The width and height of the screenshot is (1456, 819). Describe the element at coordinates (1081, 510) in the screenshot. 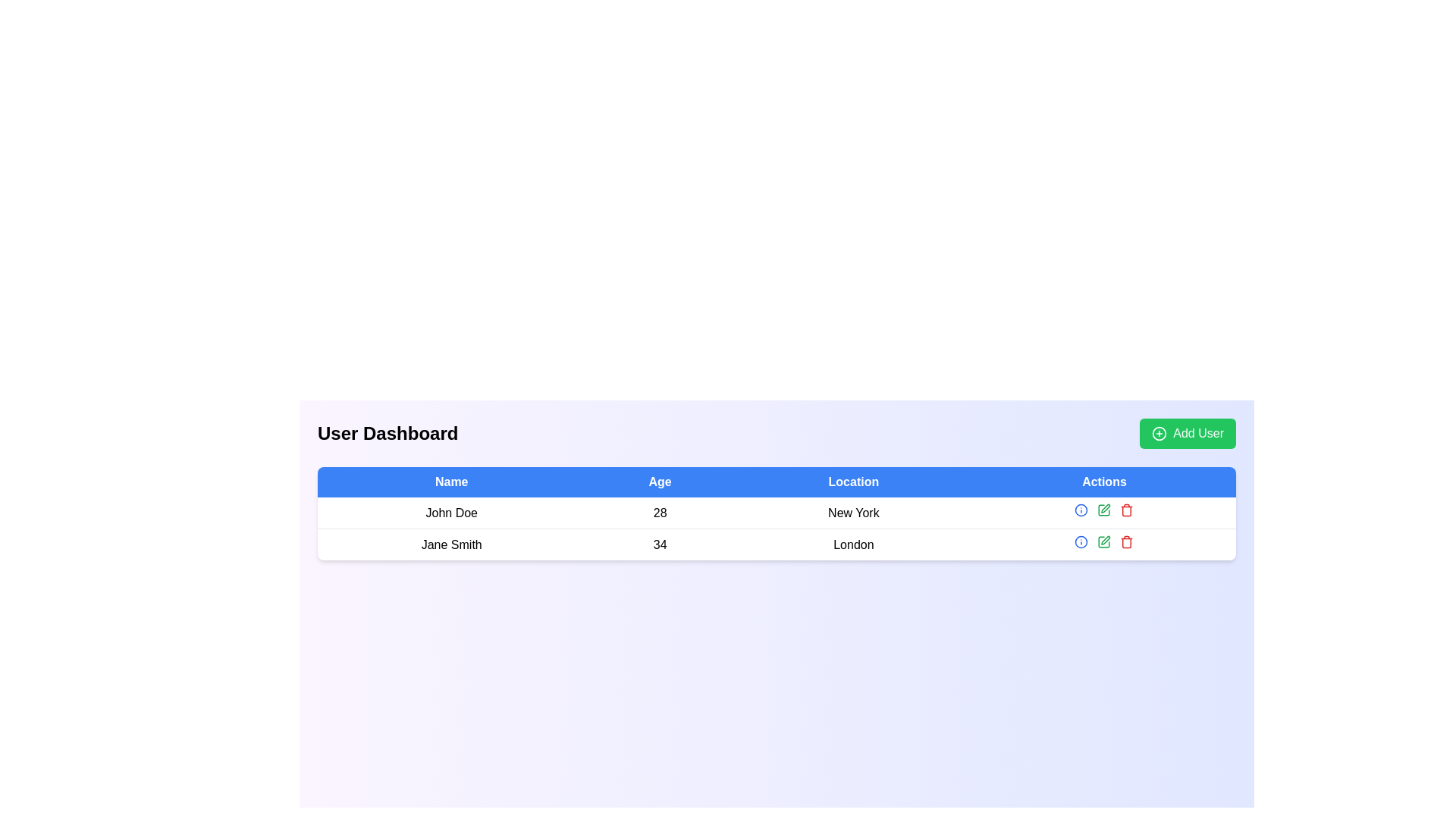

I see `the small blue circular informational icon containing an 'i' located in the 'Actions' column of the user table for 'Jane Smith'` at that location.